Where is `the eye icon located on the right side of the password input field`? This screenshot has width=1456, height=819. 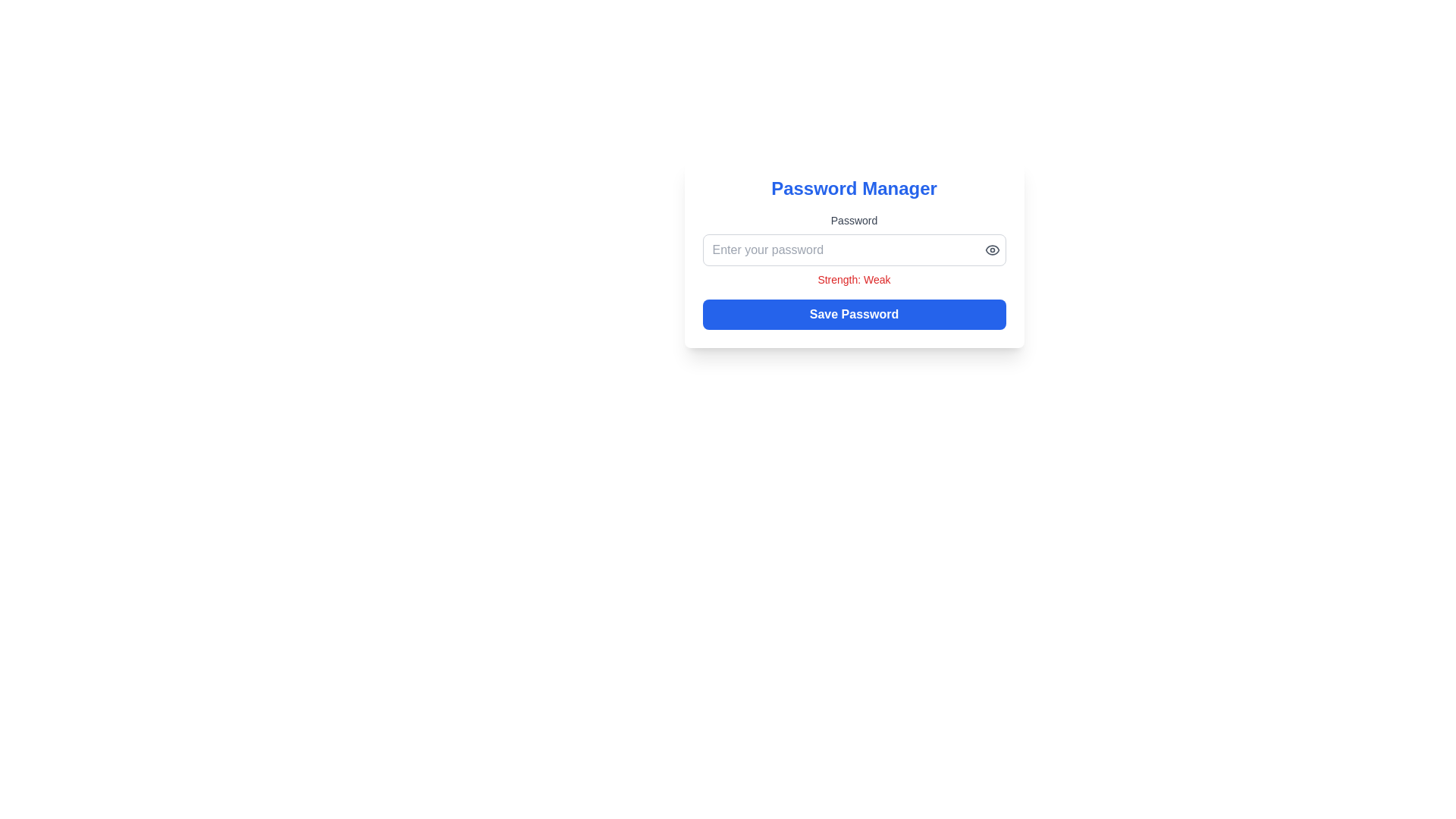
the eye icon located on the right side of the password input field is located at coordinates (992, 249).